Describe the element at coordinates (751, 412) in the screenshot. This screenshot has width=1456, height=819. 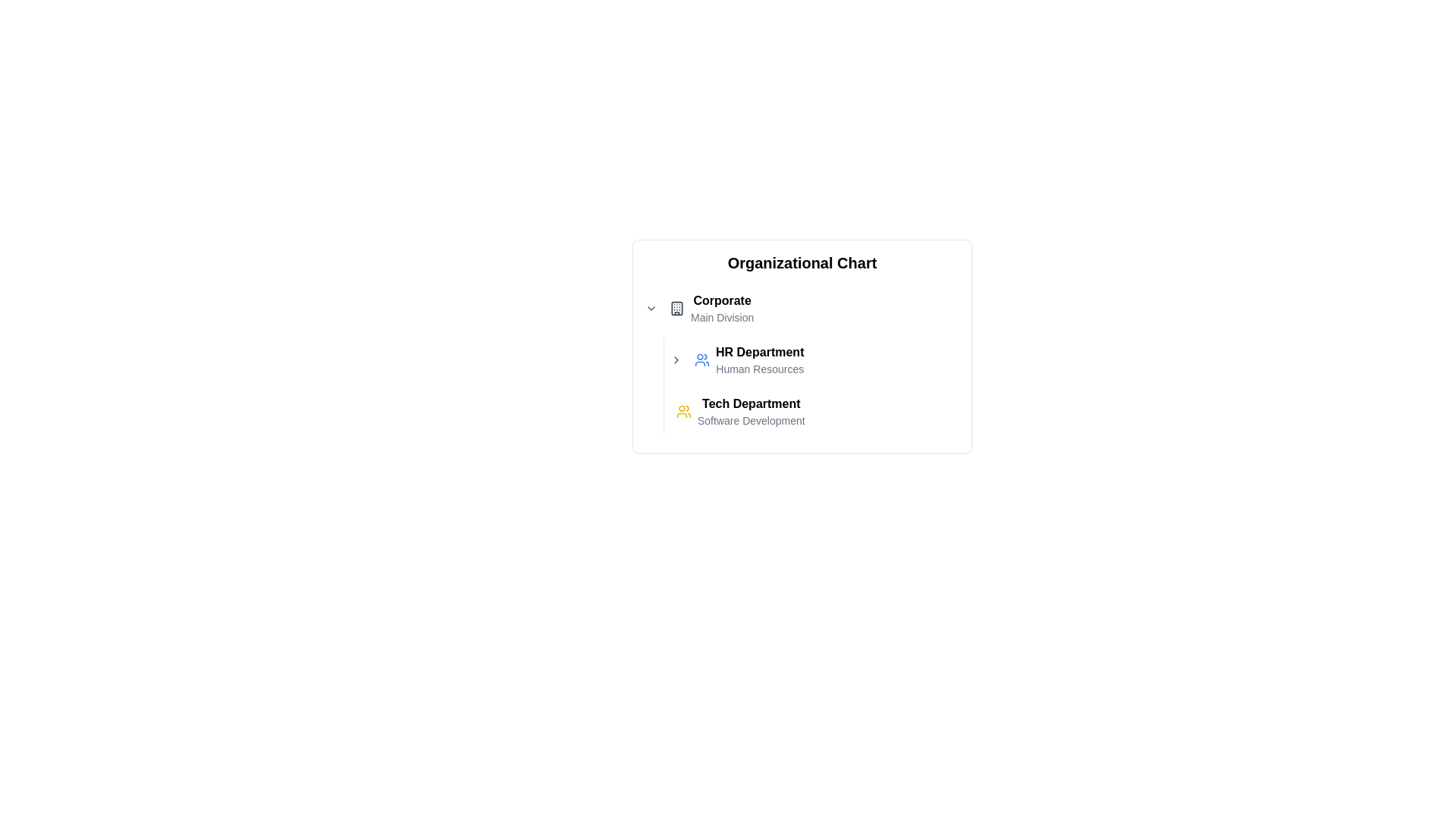
I see `text displayed in the Label for the Tech Department, which includes its subtitle about Software Development, located under the HR Department in the organizational chart` at that location.